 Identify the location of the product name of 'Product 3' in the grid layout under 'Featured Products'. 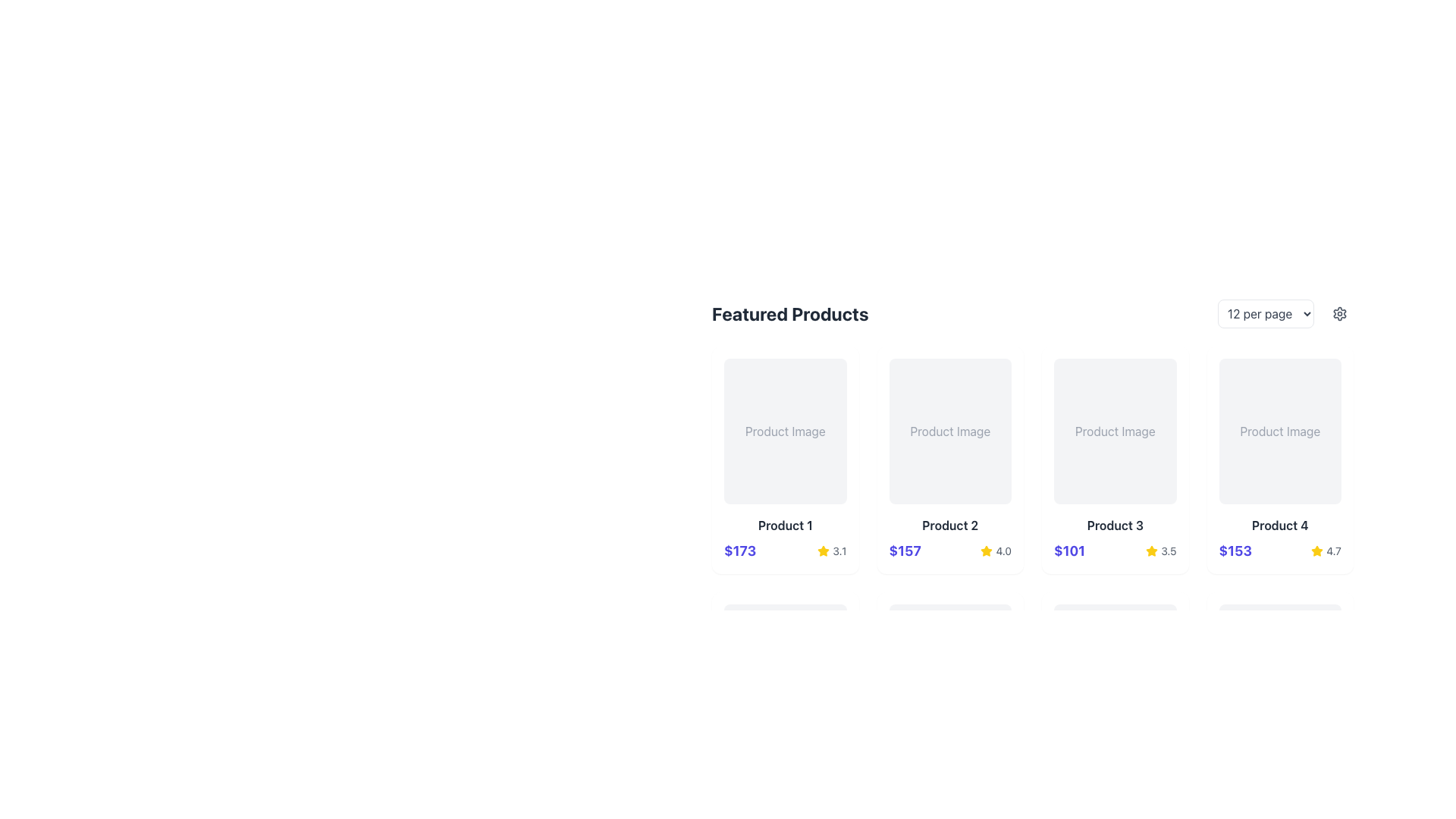
(1032, 433).